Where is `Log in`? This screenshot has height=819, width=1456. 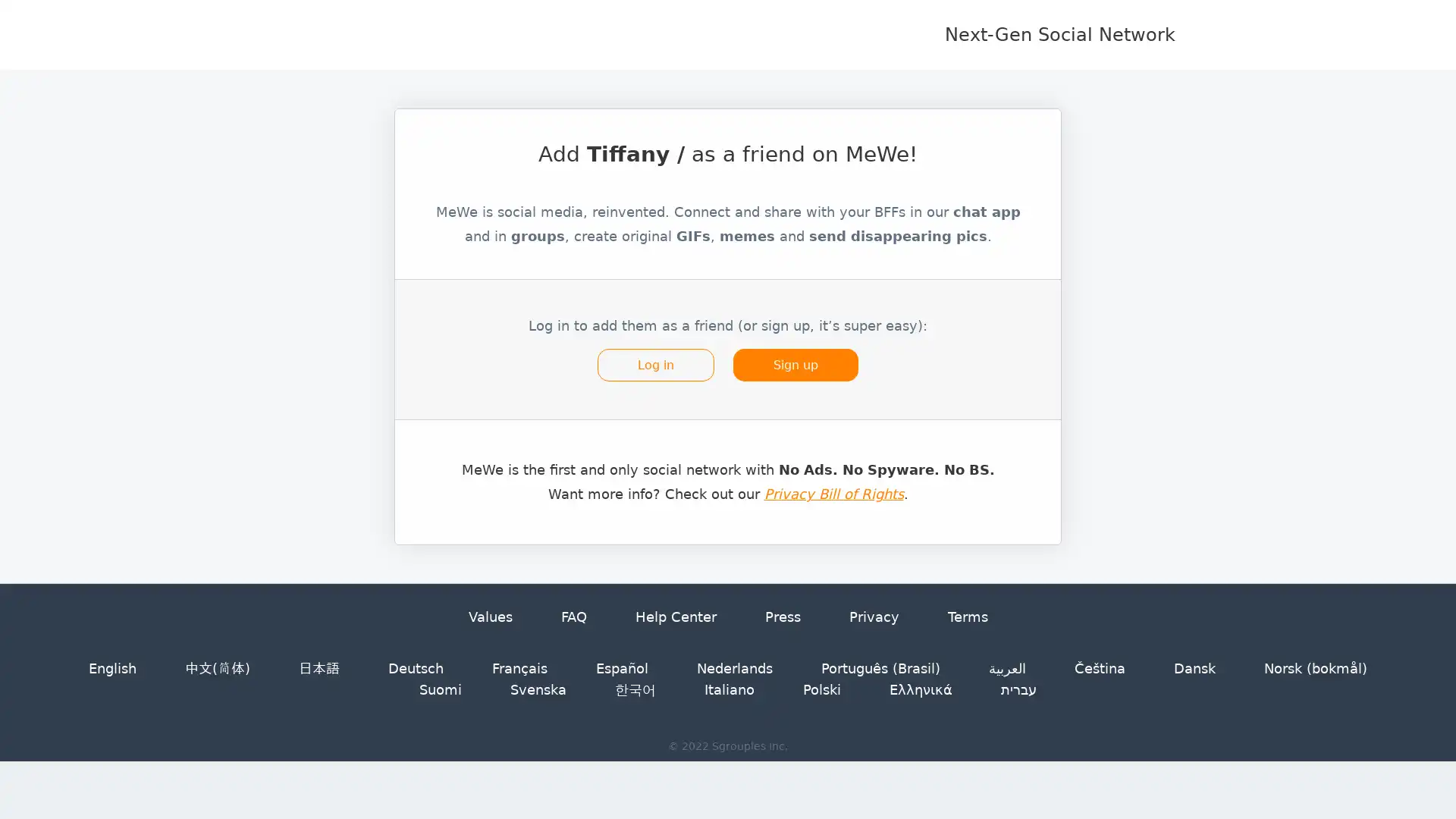 Log in is located at coordinates (657, 375).